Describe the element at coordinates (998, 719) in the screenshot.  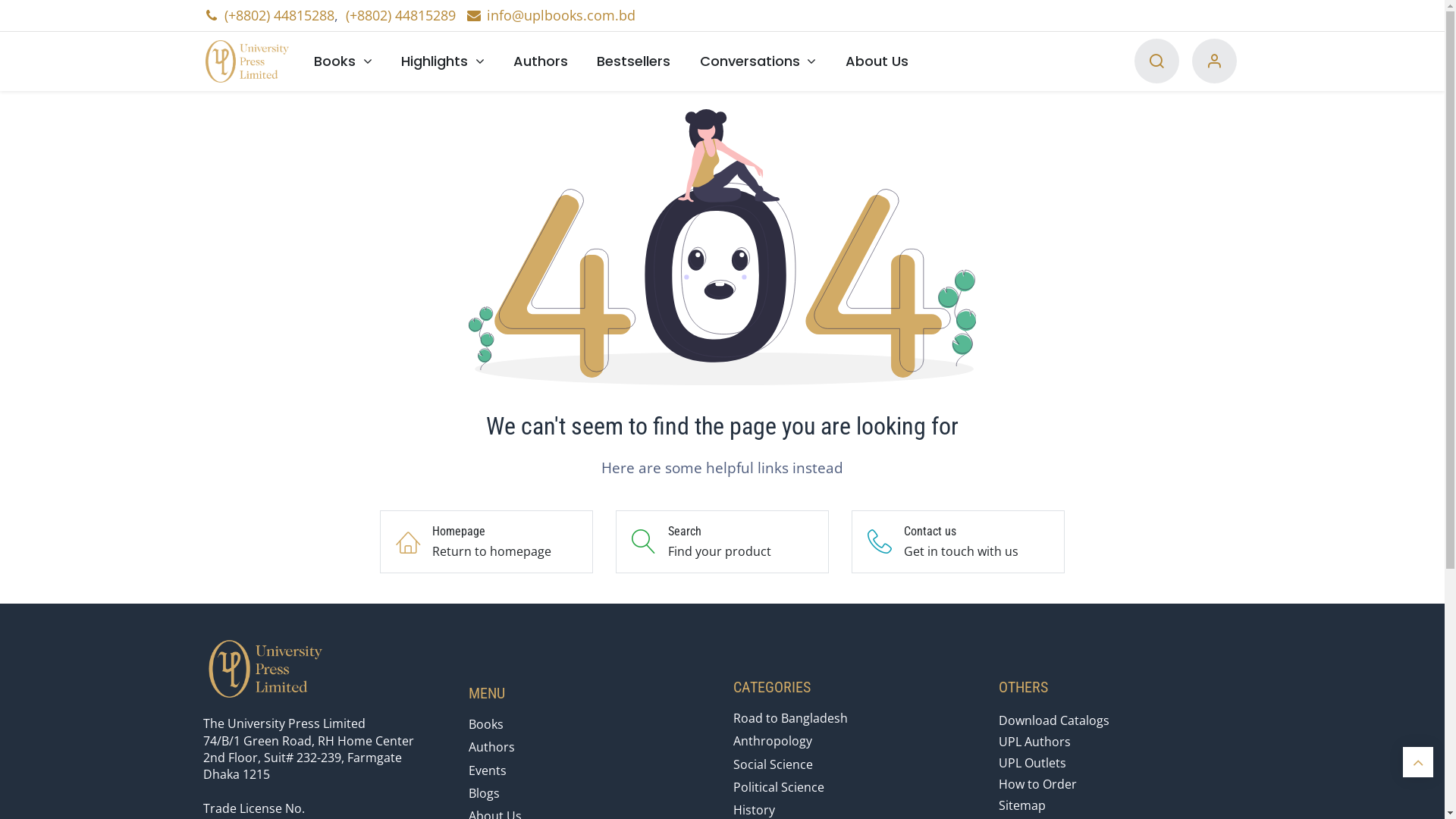
I see `'Download Catalogs'` at that location.